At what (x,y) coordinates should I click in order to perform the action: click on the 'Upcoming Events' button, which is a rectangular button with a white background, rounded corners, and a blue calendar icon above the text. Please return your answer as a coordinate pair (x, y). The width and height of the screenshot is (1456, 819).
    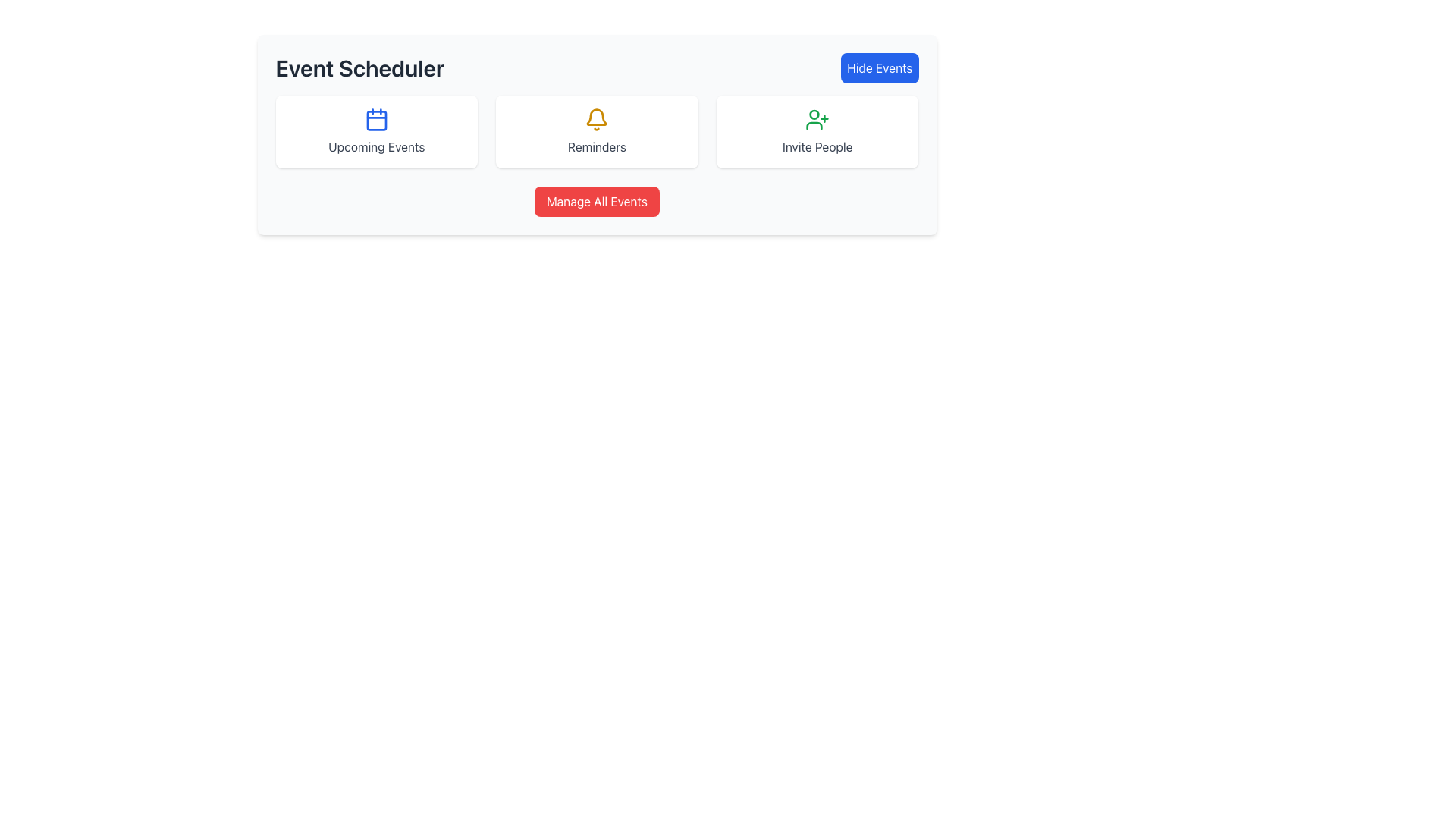
    Looking at the image, I should click on (376, 130).